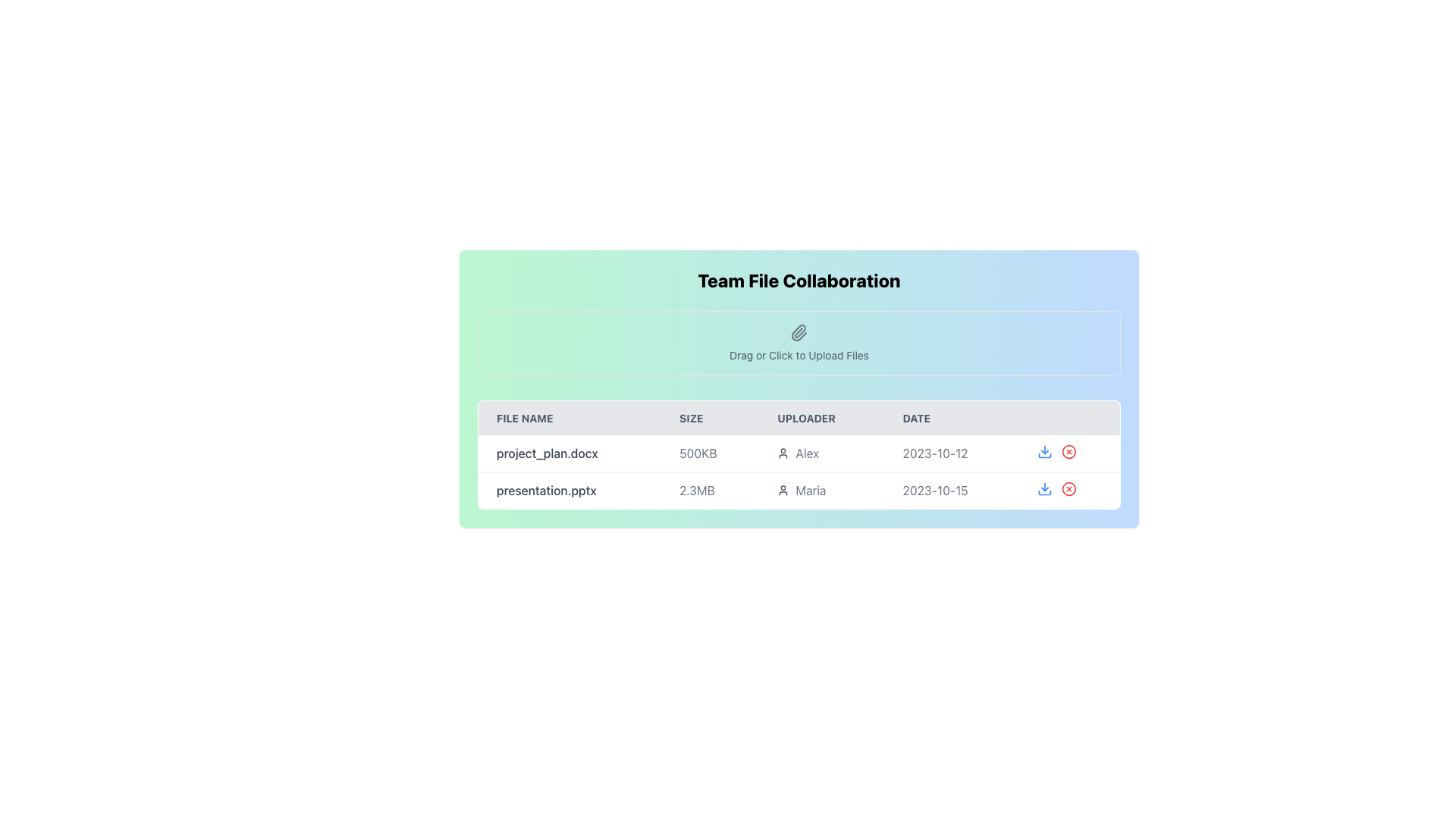  What do you see at coordinates (799, 343) in the screenshot?
I see `the File upload area, which is a rectangular section featuring a paperclip icon and the text 'Drag or Click to Upload Files', located below the title 'Team File Collaboration'` at bounding box center [799, 343].